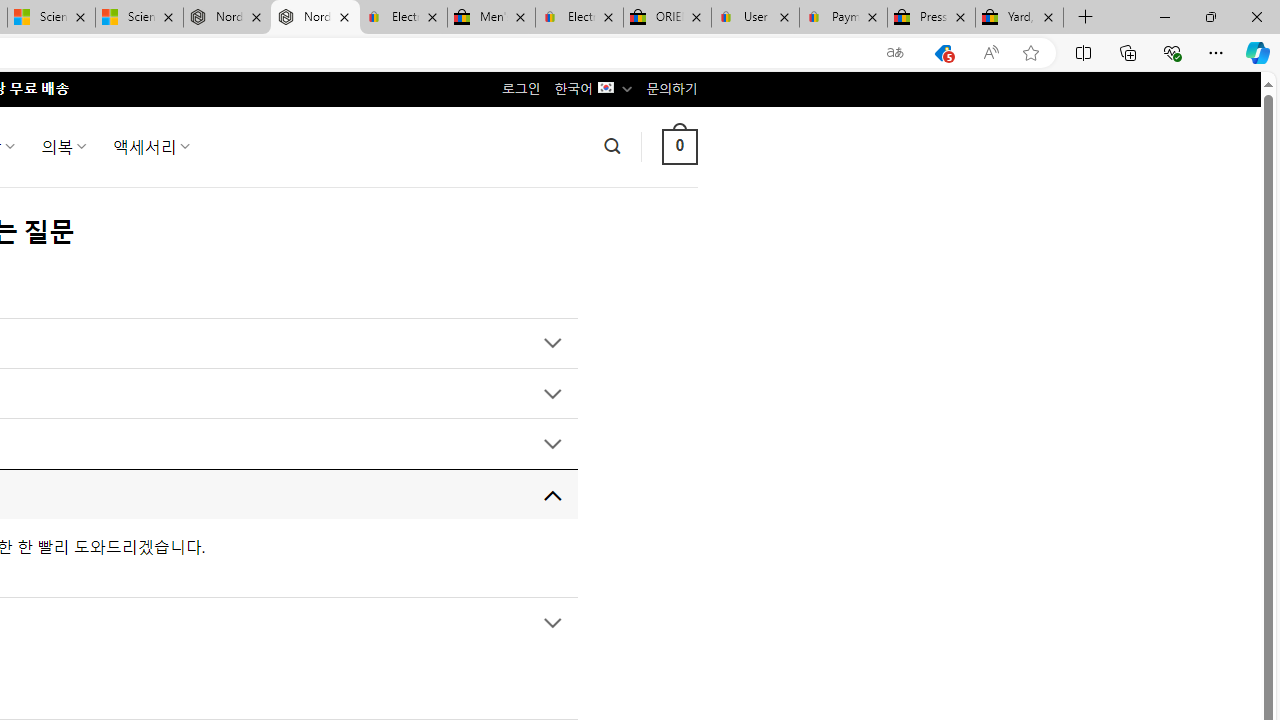  What do you see at coordinates (679, 145) in the screenshot?
I see `' 0 '` at bounding box center [679, 145].